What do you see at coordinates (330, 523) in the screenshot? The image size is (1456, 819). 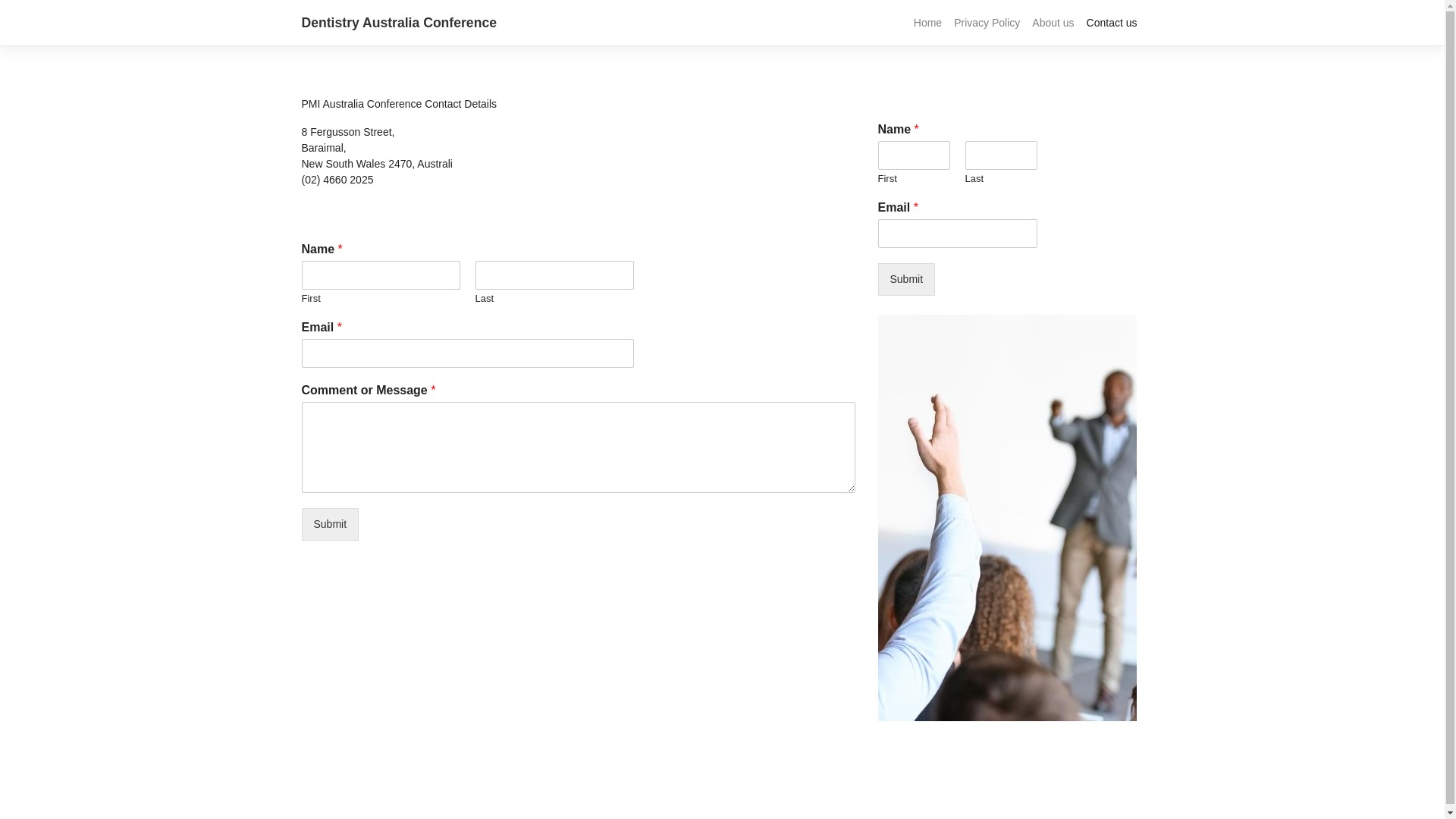 I see `'Submit'` at bounding box center [330, 523].